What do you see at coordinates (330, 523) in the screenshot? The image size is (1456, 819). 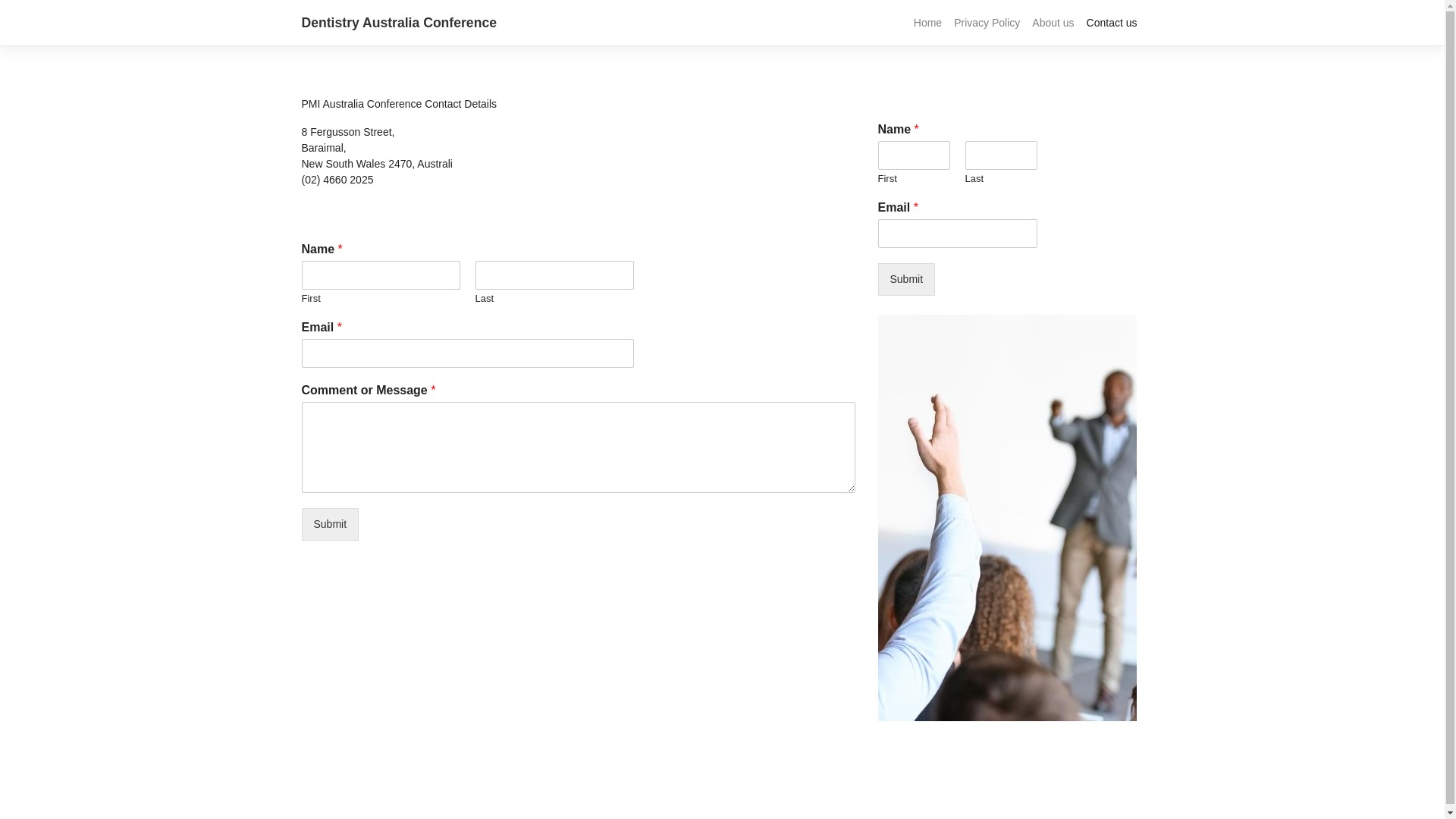 I see `'Submit'` at bounding box center [330, 523].